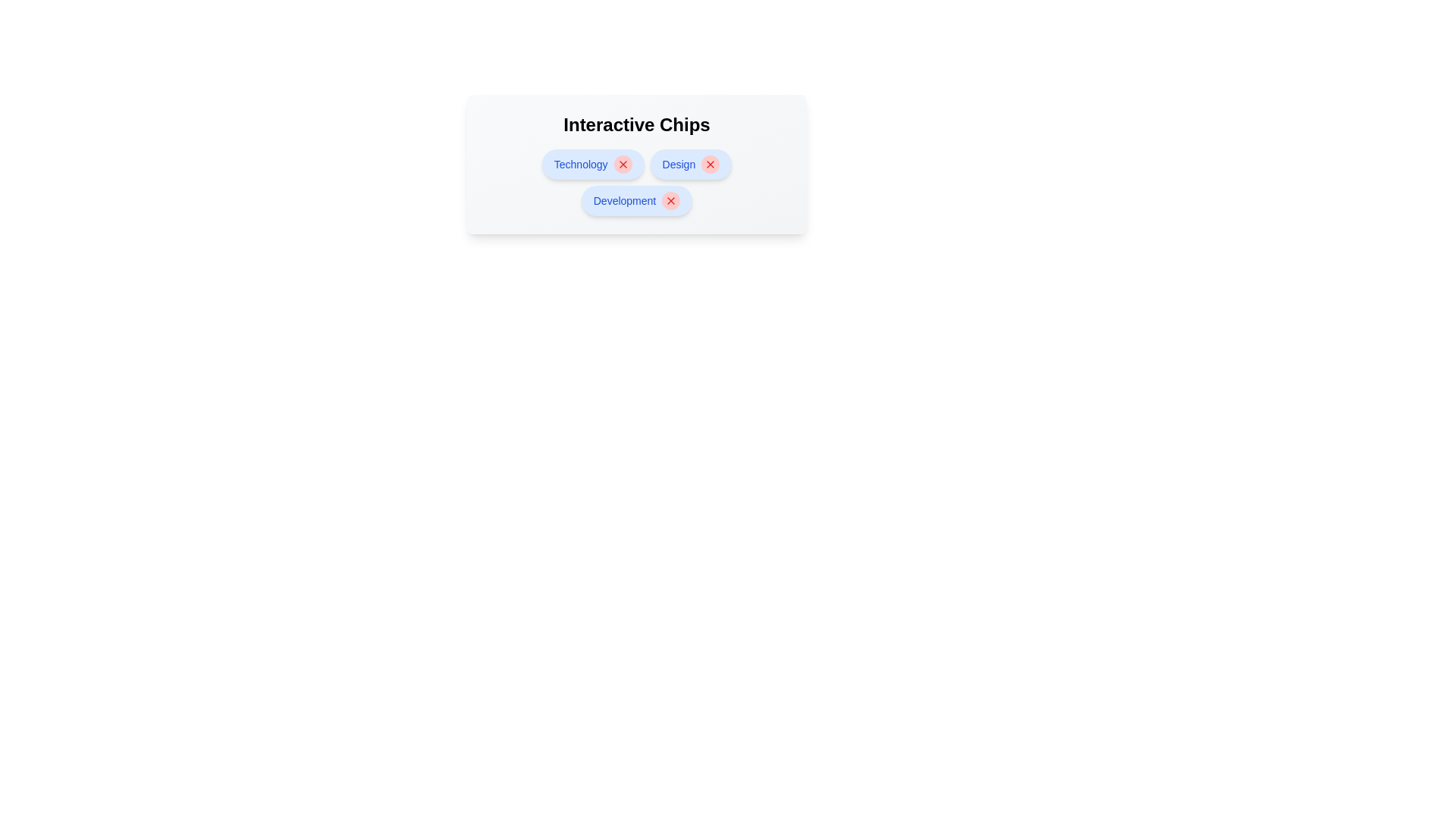  Describe the element at coordinates (637, 200) in the screenshot. I see `the chip labeled 'Development' to view its hover effect` at that location.